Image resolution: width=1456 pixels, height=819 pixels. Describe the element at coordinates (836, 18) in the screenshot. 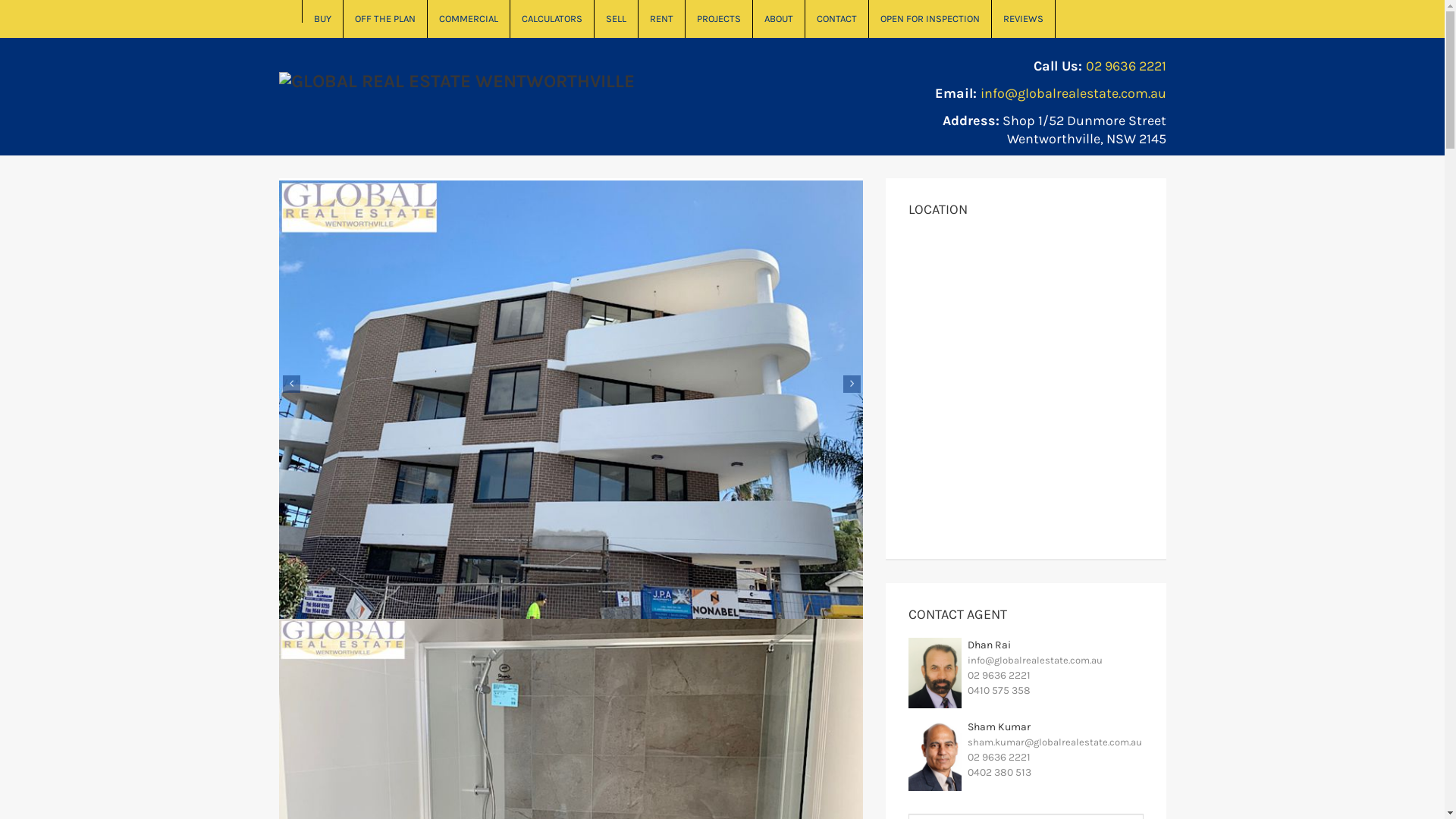

I see `'CONTACT'` at that location.